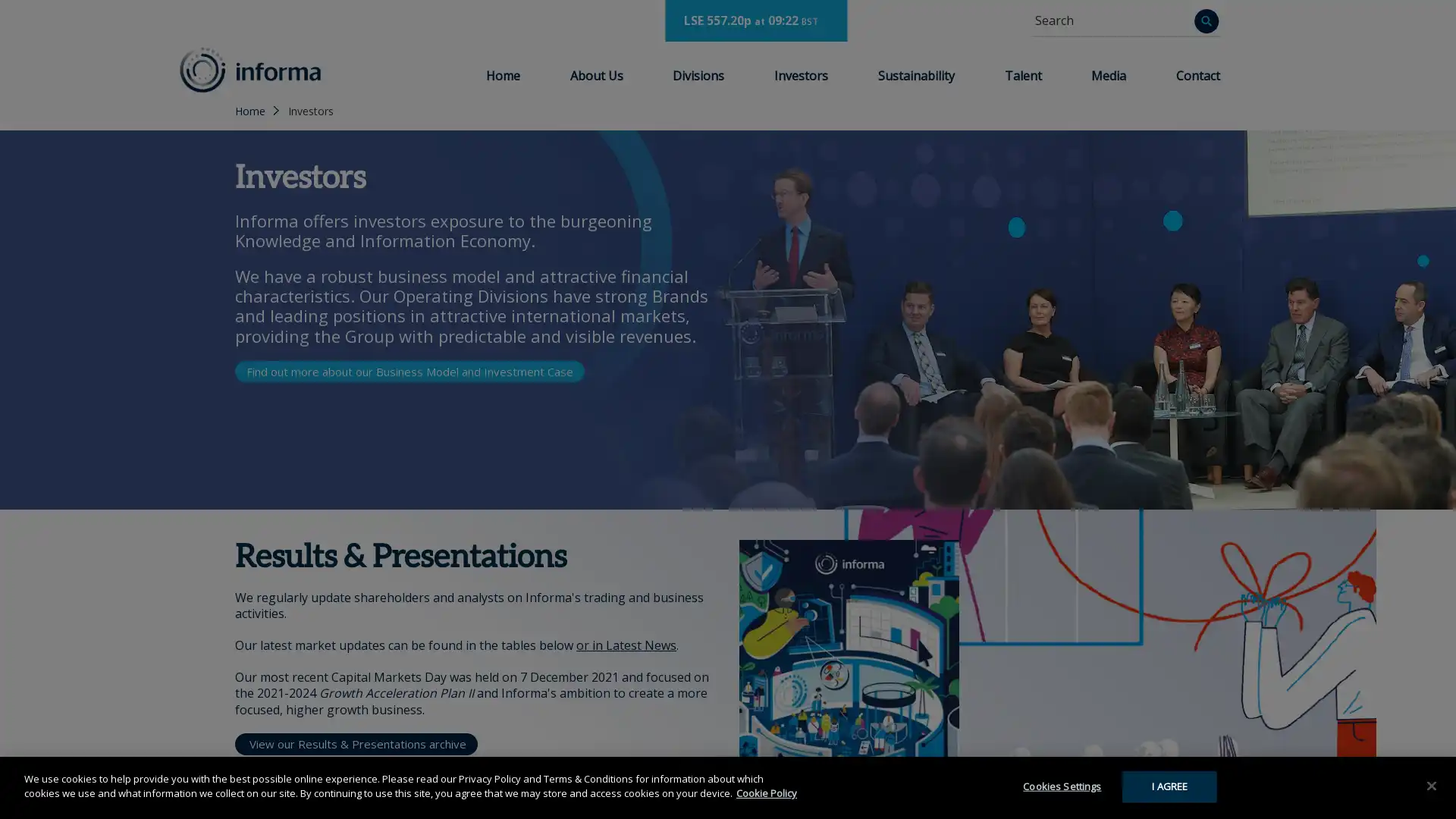 The height and width of the screenshot is (819, 1456). Describe the element at coordinates (1206, 21) in the screenshot. I see `Search` at that location.